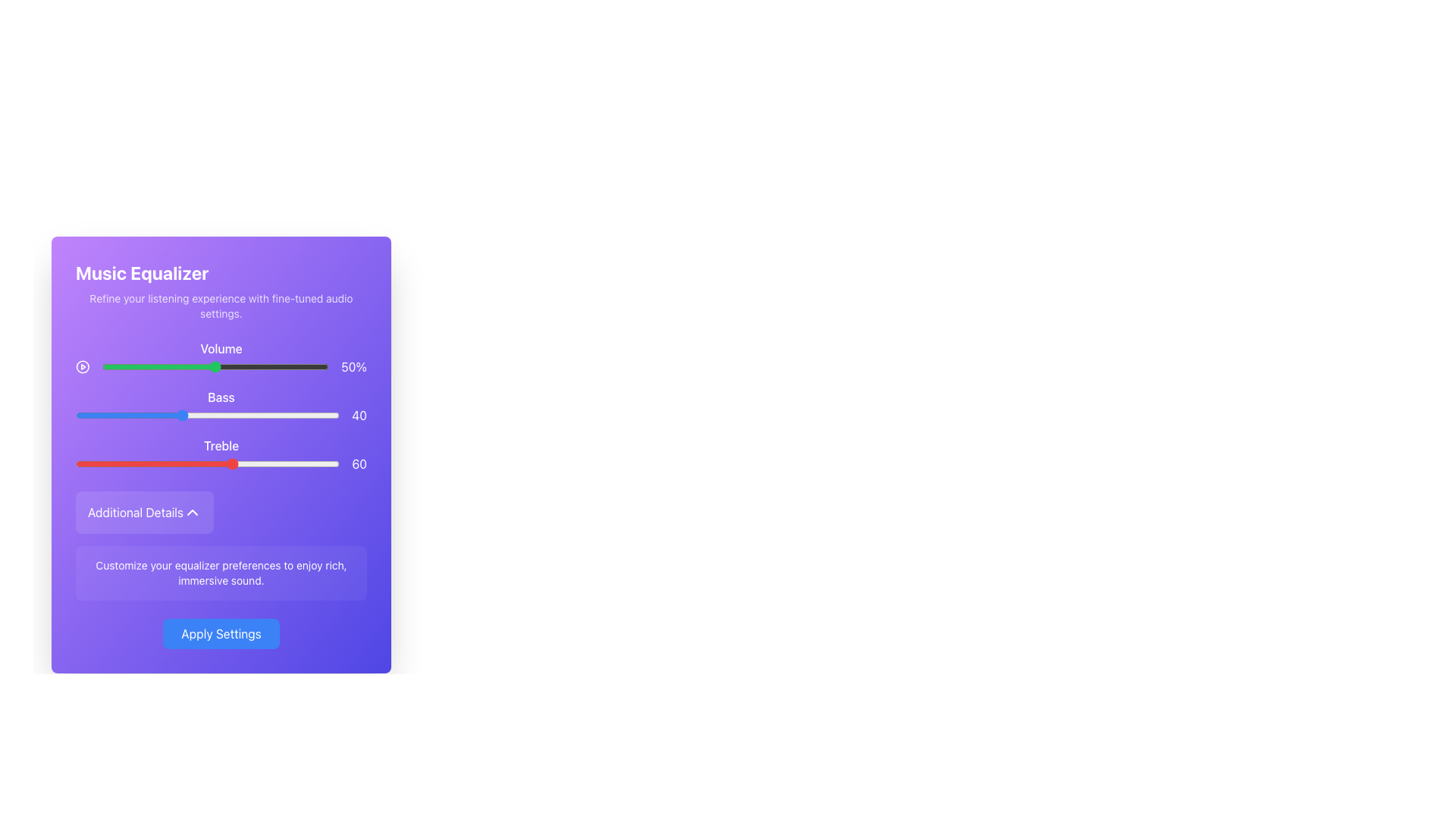 The image size is (1456, 819). Describe the element at coordinates (259, 366) in the screenshot. I see `the volume` at that location.